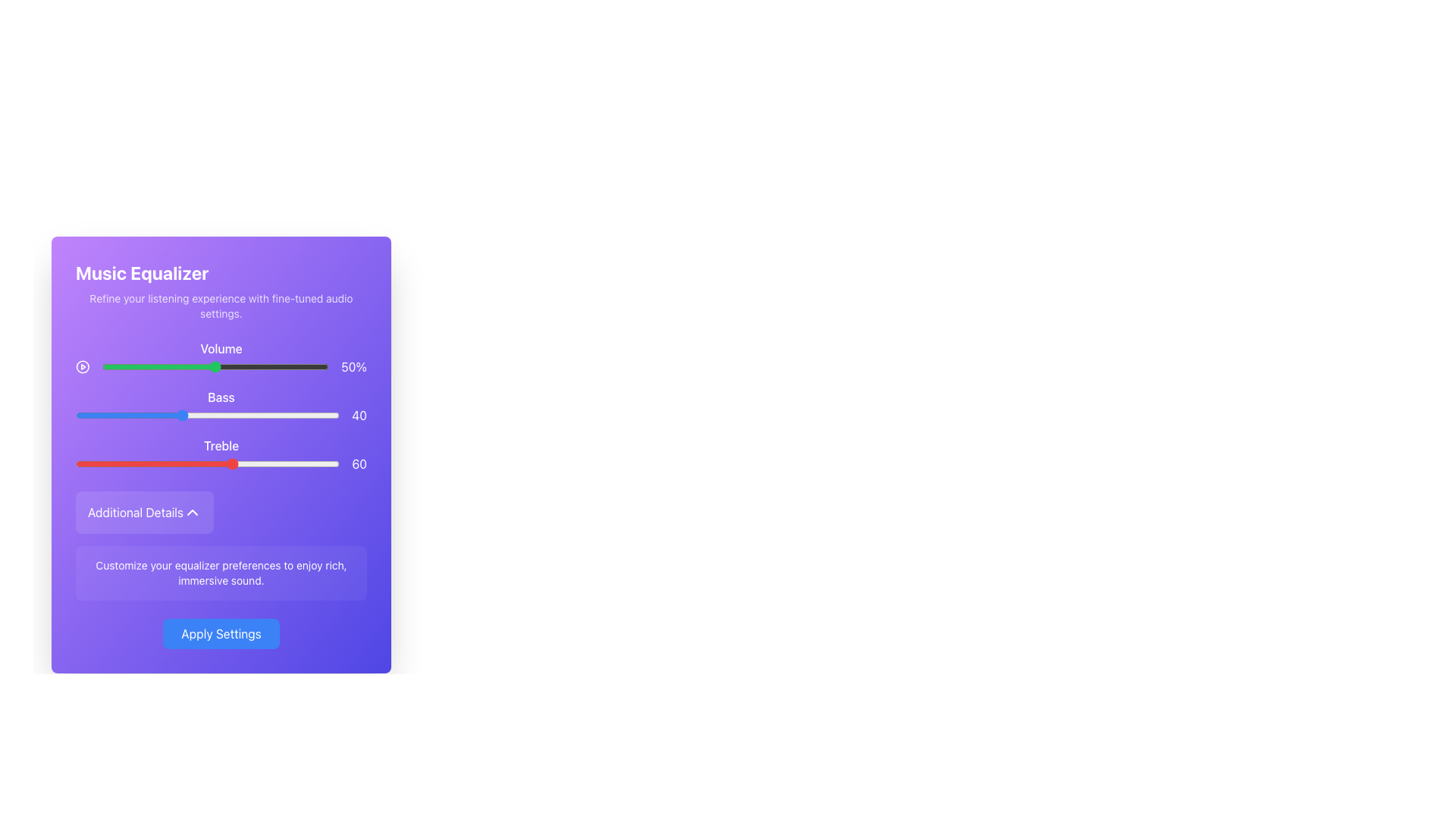 The image size is (1456, 819). Describe the element at coordinates (259, 366) in the screenshot. I see `the volume` at that location.